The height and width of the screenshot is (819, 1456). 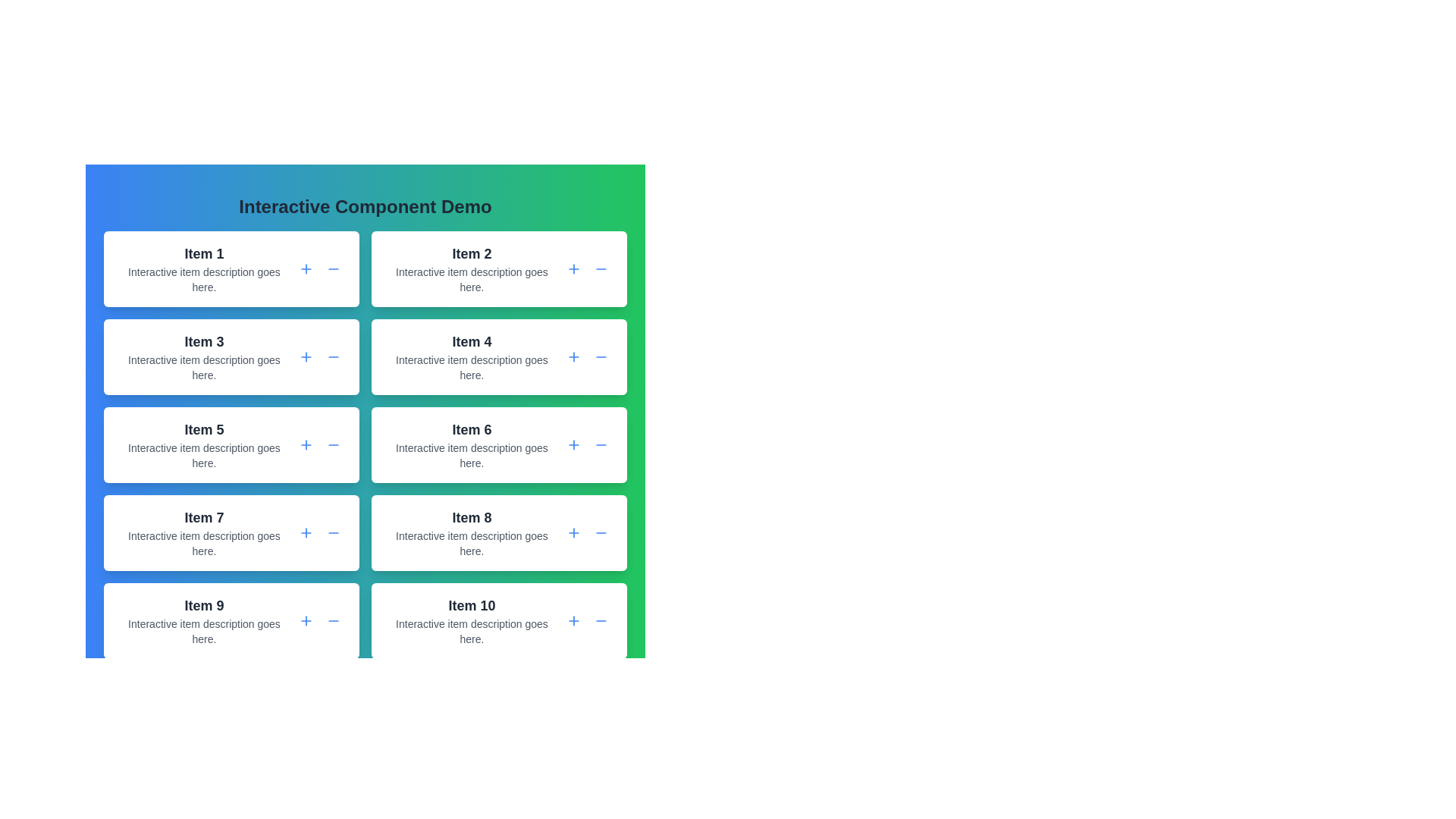 What do you see at coordinates (305, 620) in the screenshot?
I see `the interactive button located in the lower part of the ninth item in the leftmost column of the grid layout` at bounding box center [305, 620].